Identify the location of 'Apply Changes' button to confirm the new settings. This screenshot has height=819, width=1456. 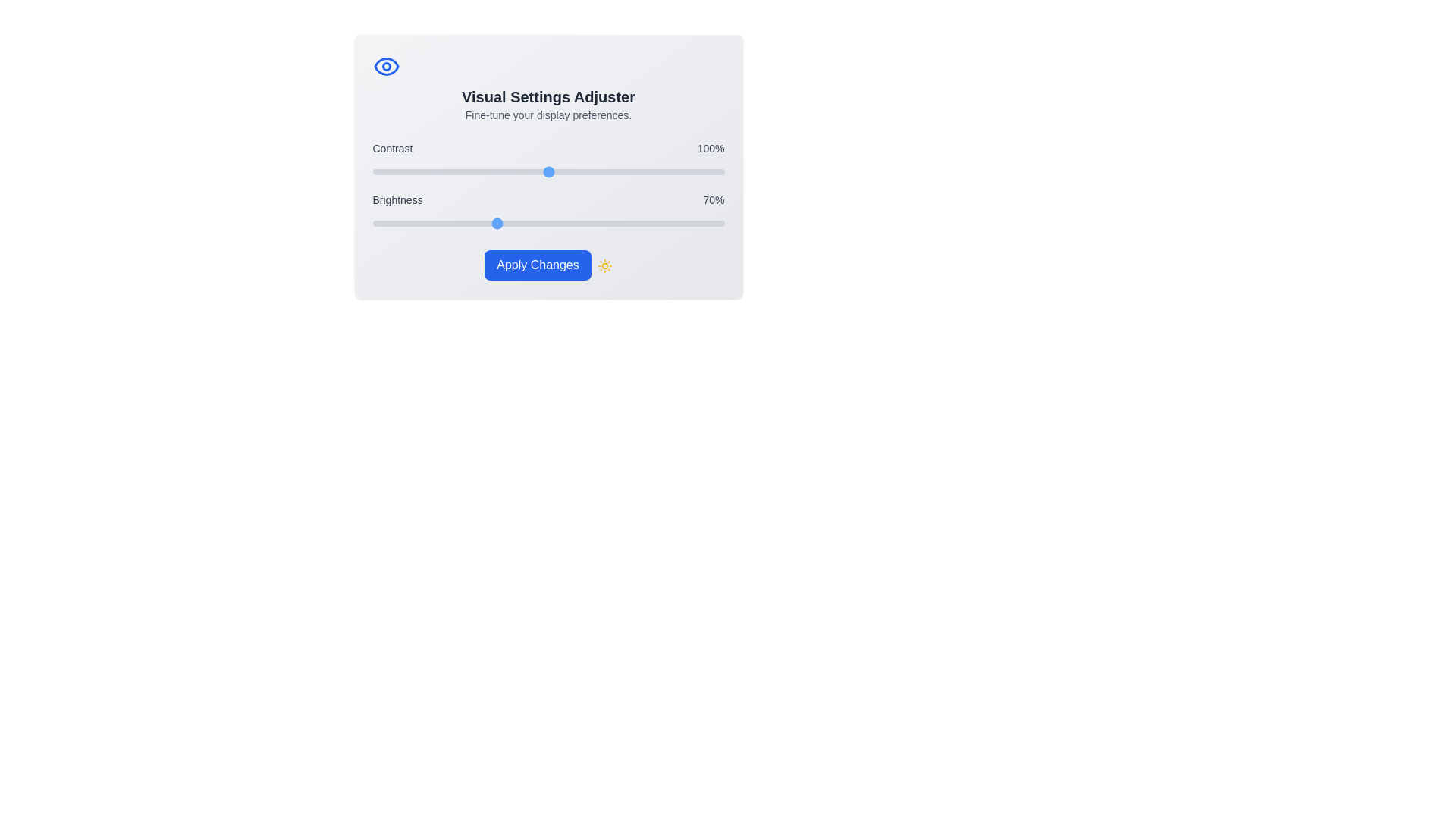
(538, 265).